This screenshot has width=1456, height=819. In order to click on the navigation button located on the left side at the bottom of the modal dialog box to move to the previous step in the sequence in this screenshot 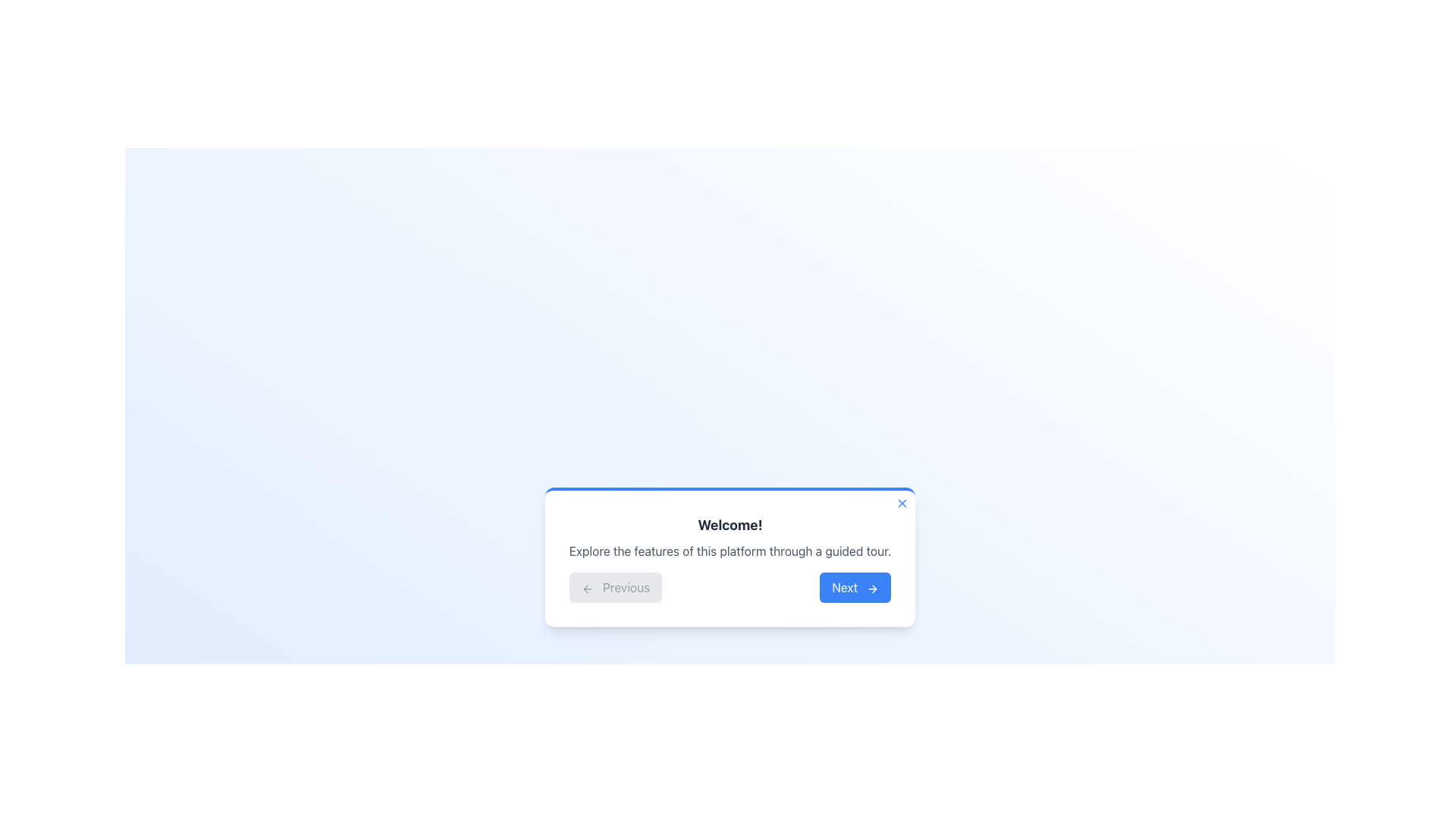, I will do `click(615, 587)`.